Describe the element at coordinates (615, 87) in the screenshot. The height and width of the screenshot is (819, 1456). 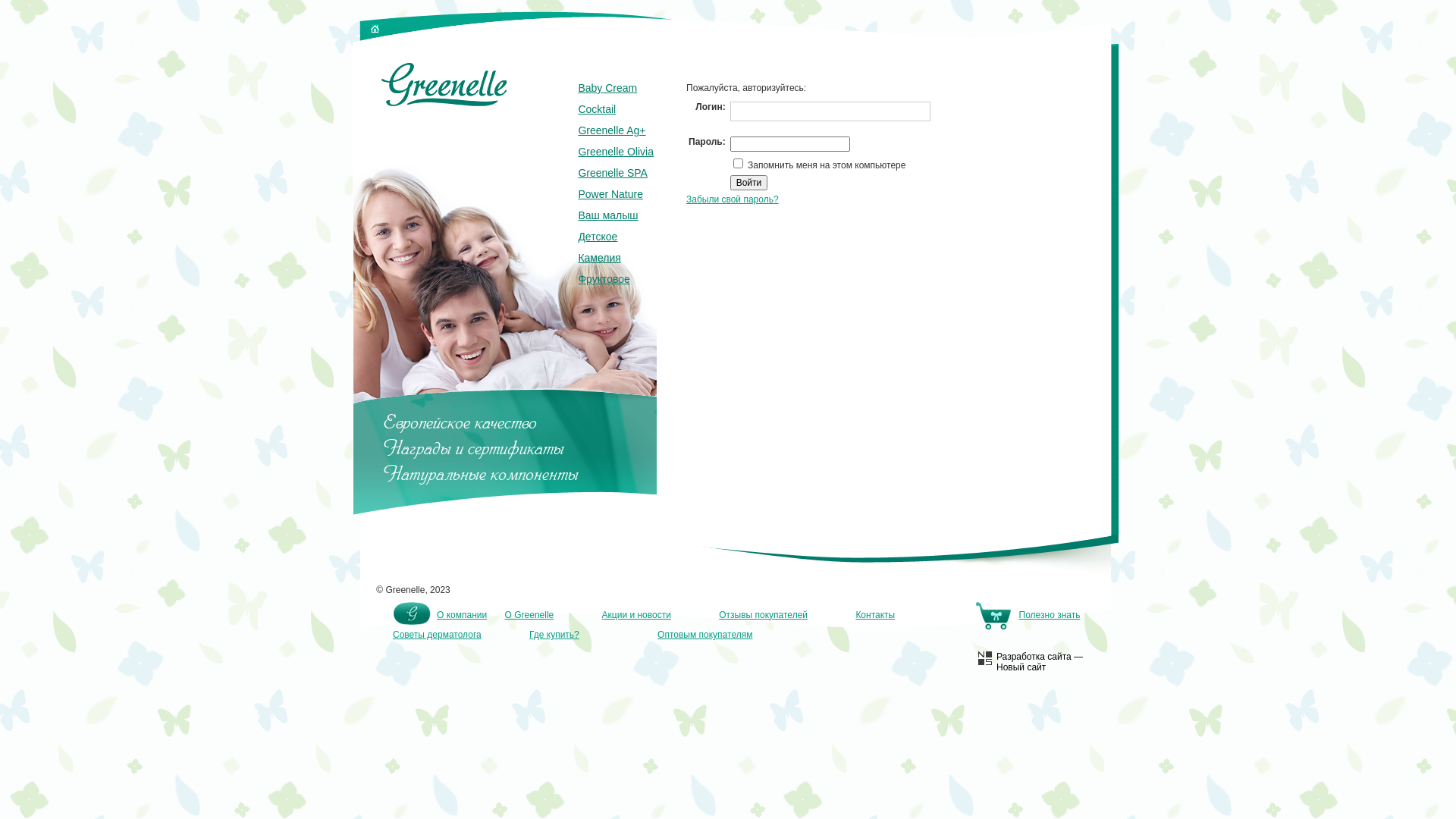
I see `'Baby Cream'` at that location.